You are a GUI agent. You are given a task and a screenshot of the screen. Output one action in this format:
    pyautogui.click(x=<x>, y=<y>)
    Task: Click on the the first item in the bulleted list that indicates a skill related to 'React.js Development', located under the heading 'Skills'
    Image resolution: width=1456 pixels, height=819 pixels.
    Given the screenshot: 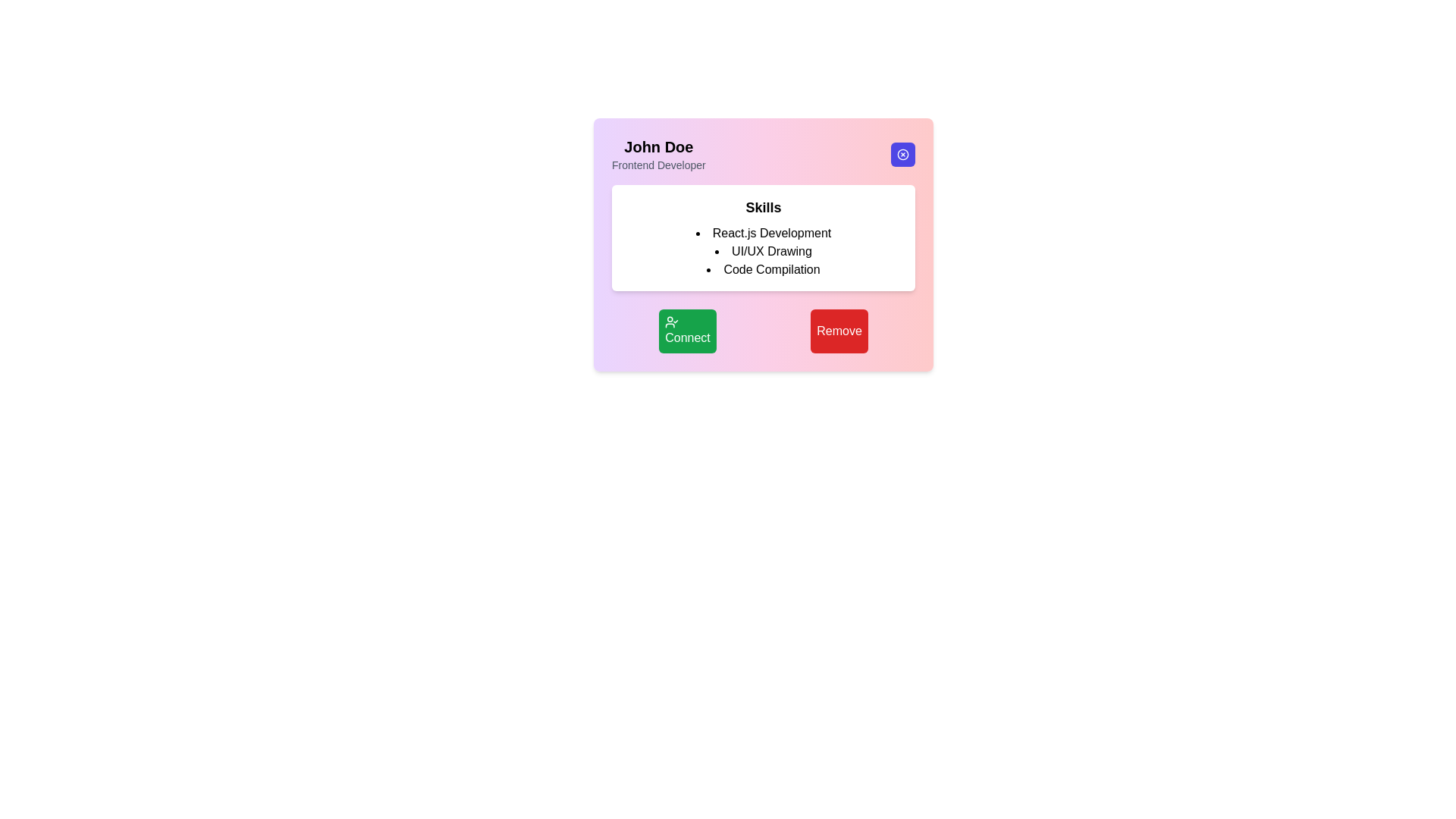 What is the action you would take?
    pyautogui.click(x=764, y=234)
    